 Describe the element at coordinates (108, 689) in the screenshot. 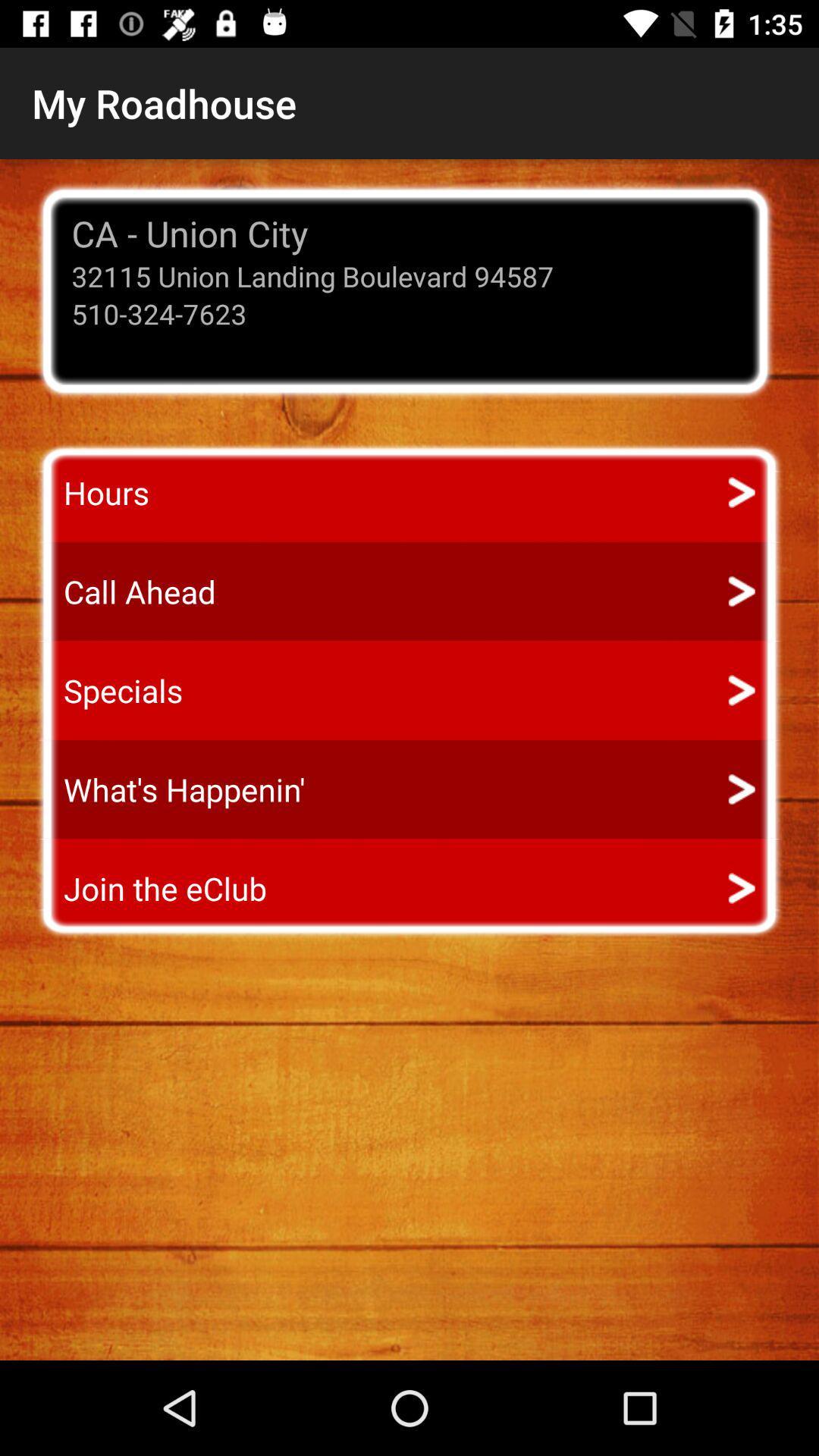

I see `specials` at that location.